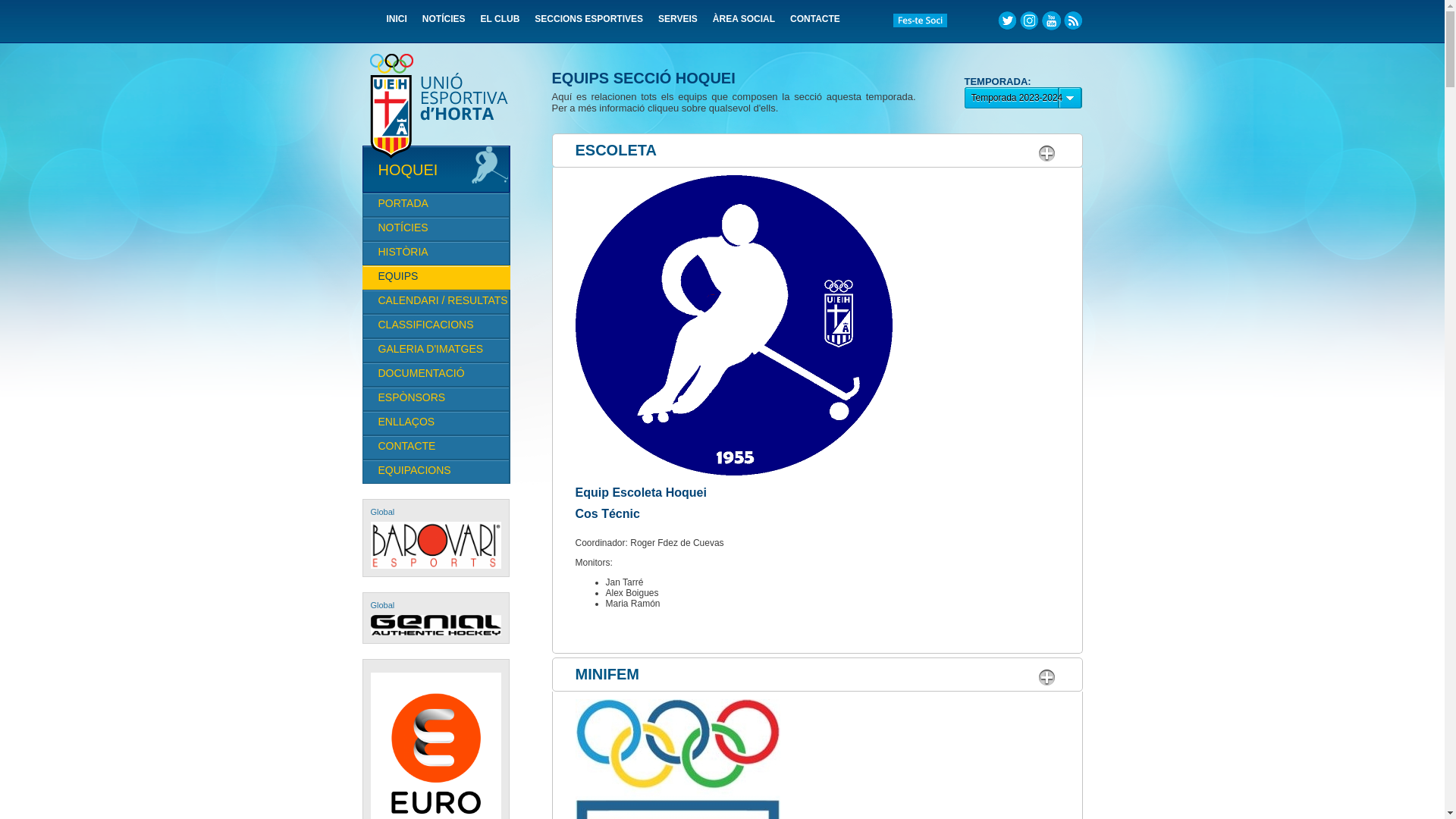  What do you see at coordinates (435, 325) in the screenshot?
I see `'CLASSIFICACIONS'` at bounding box center [435, 325].